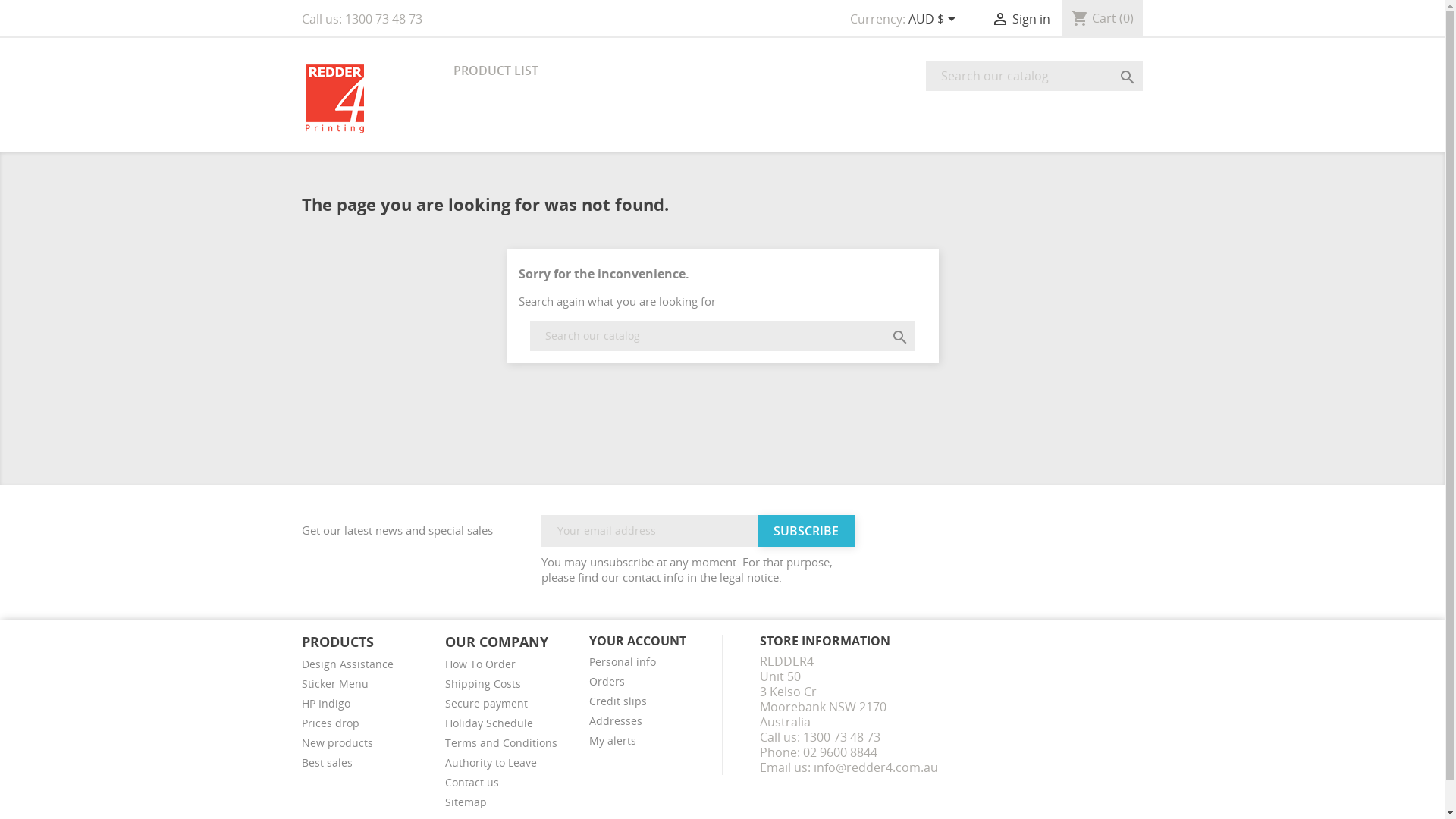 This screenshot has height=819, width=1456. What do you see at coordinates (479, 663) in the screenshot?
I see `'How To Order'` at bounding box center [479, 663].